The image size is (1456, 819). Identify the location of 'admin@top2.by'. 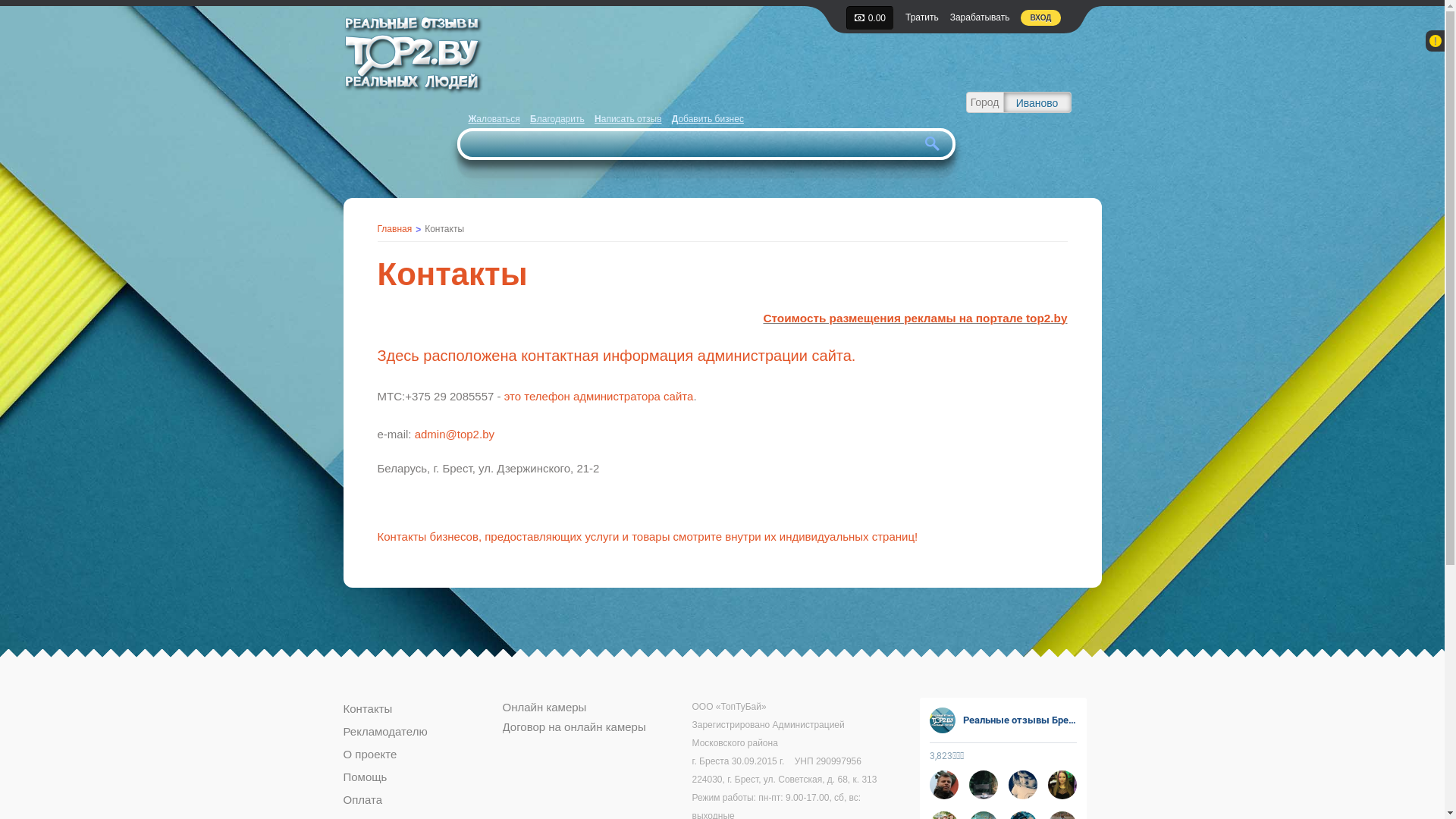
(453, 434).